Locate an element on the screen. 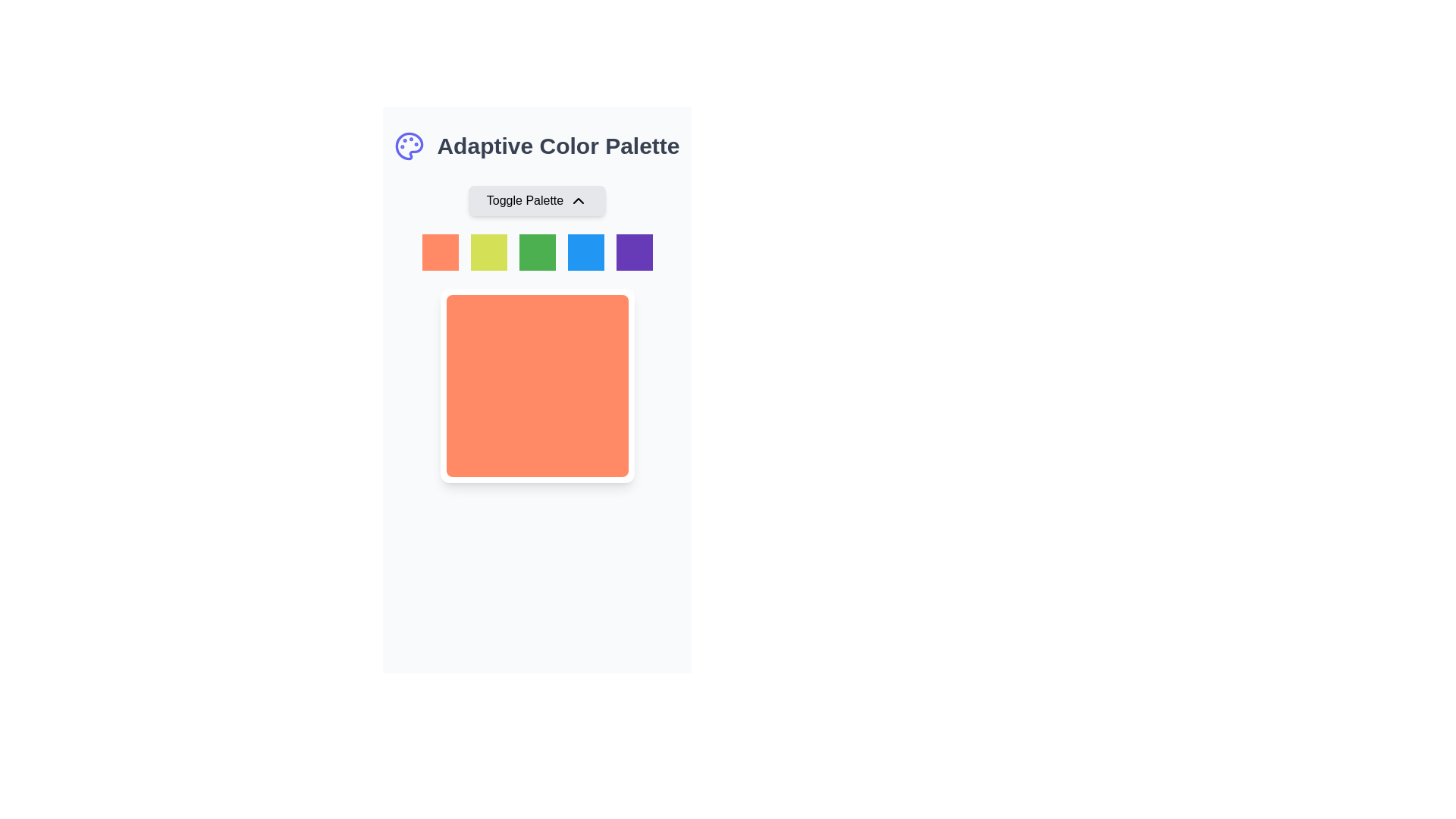 The height and width of the screenshot is (819, 1456). the square-shaped Visual Display with a light orange color and rounded borders, located in the lower half of the layout is located at coordinates (537, 385).